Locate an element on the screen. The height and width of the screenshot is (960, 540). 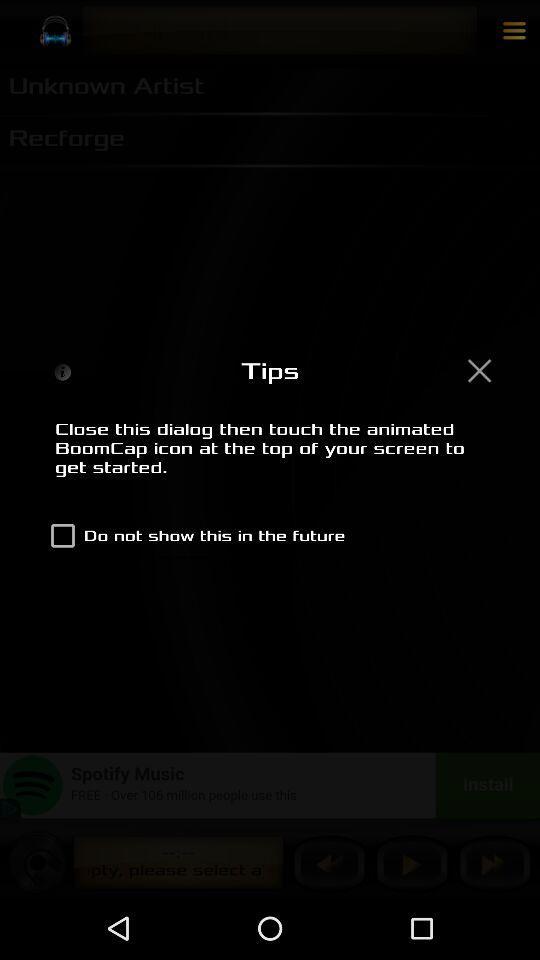
the close this dialog is located at coordinates (270, 459).